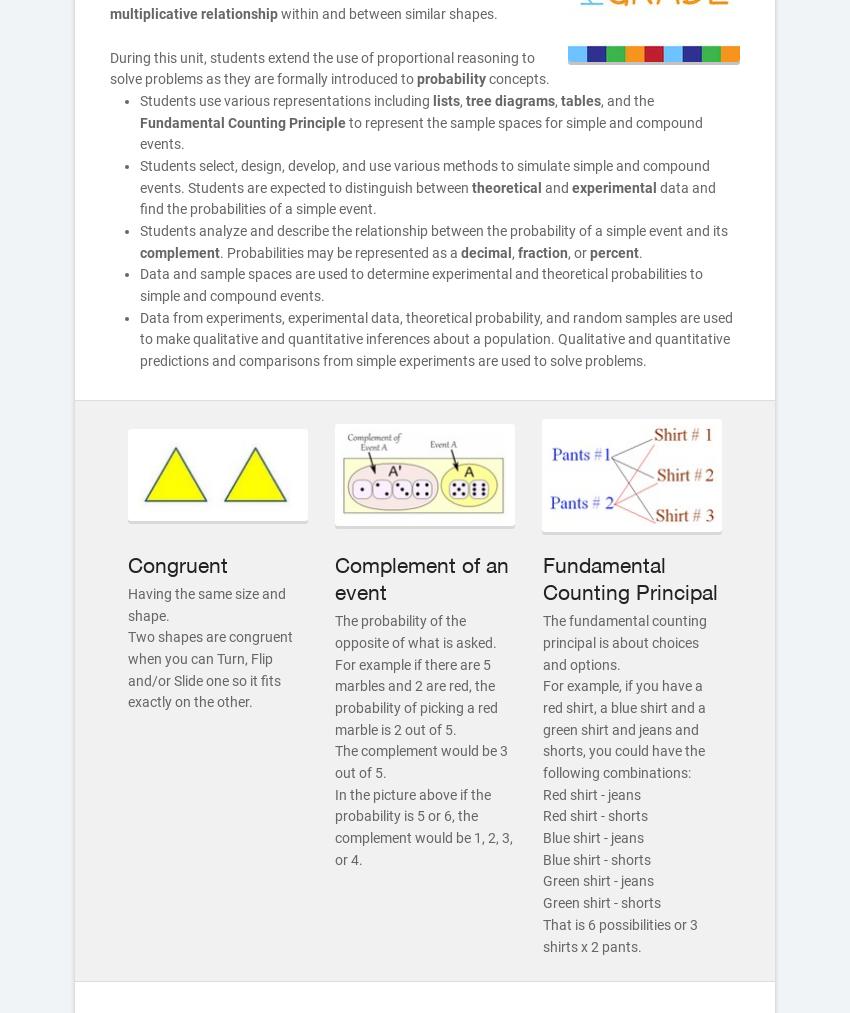 The width and height of the screenshot is (850, 1013). I want to click on 'Green shirt - shorts', so click(600, 901).